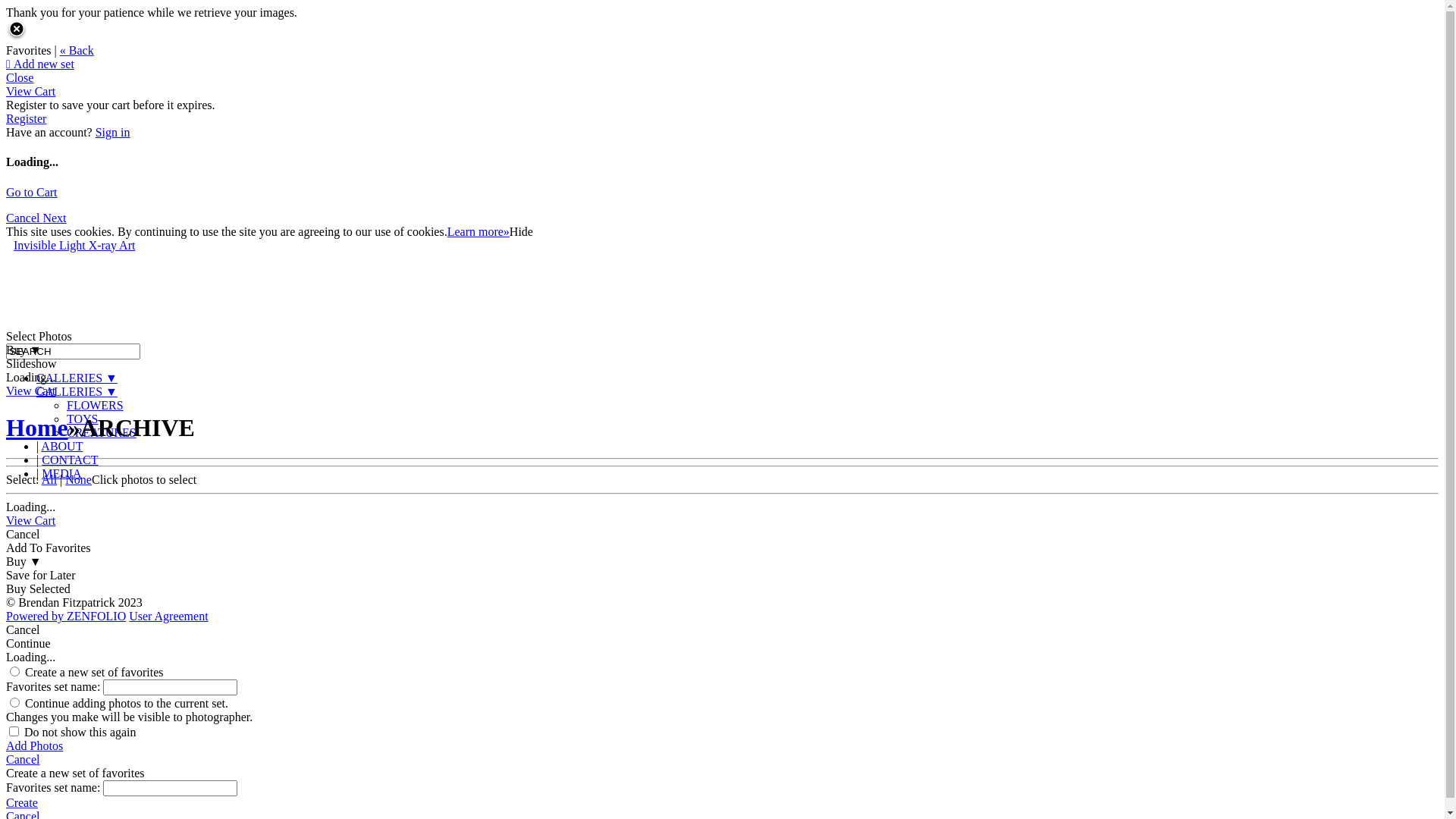 The height and width of the screenshot is (819, 1456). I want to click on 'Hide', so click(521, 231).